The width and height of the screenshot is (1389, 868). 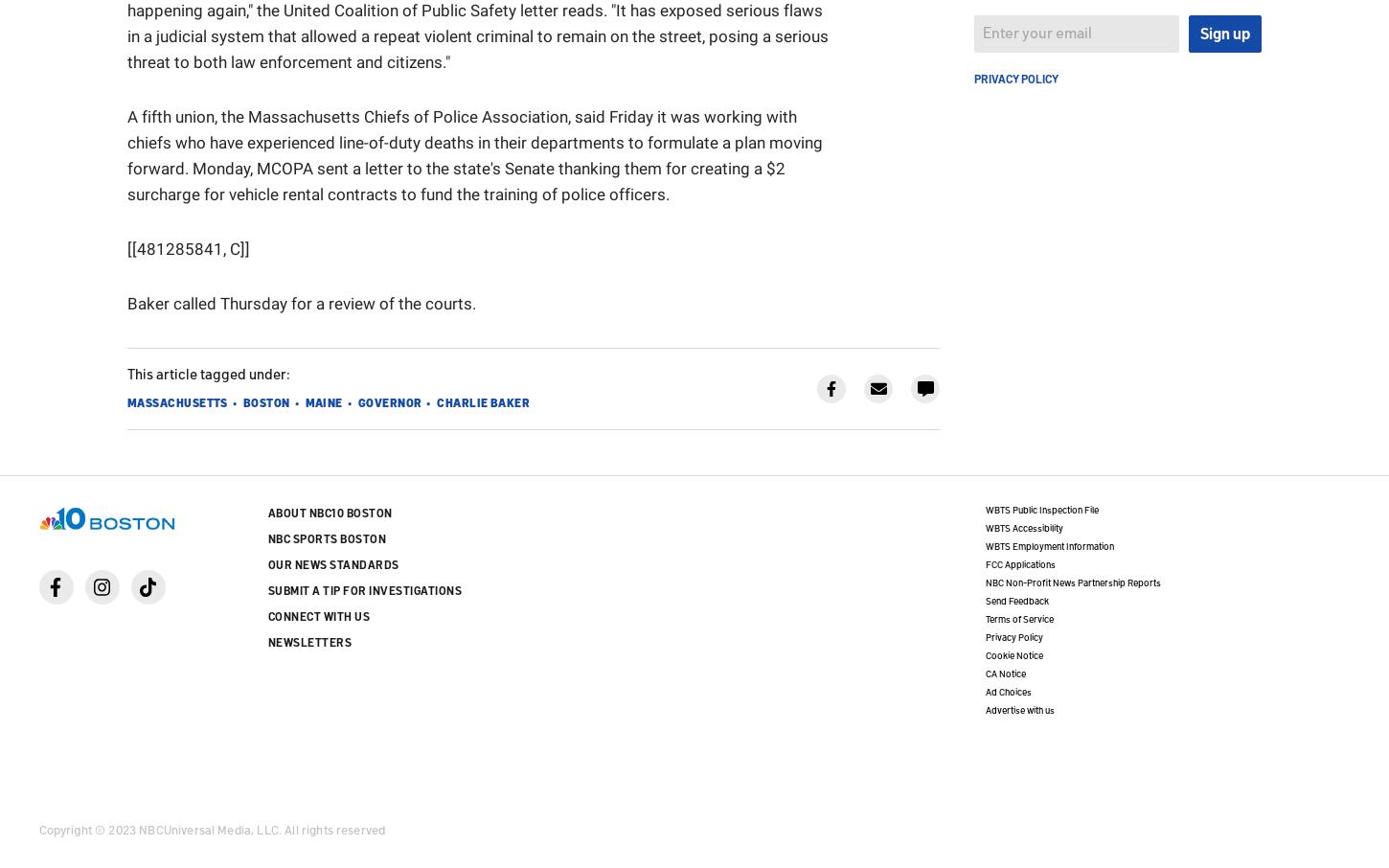 I want to click on 'Charlie Baker', so click(x=483, y=401).